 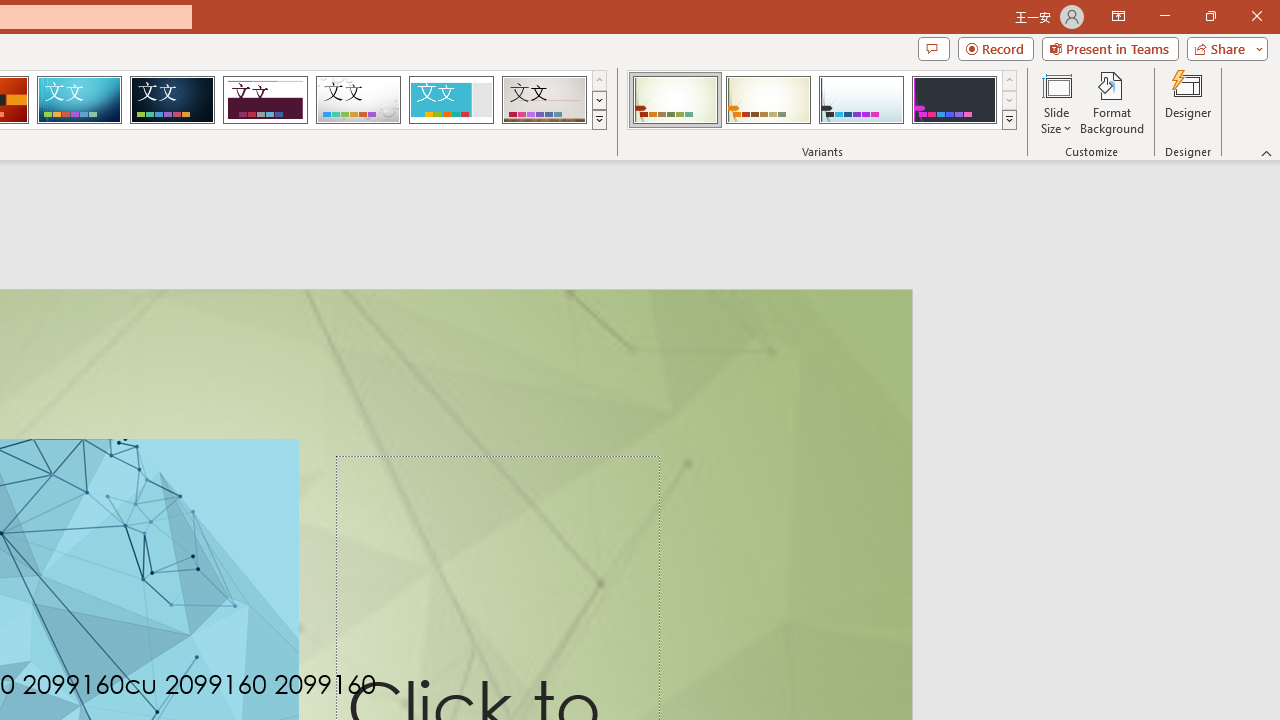 What do you see at coordinates (172, 100) in the screenshot?
I see `'Damask'` at bounding box center [172, 100].